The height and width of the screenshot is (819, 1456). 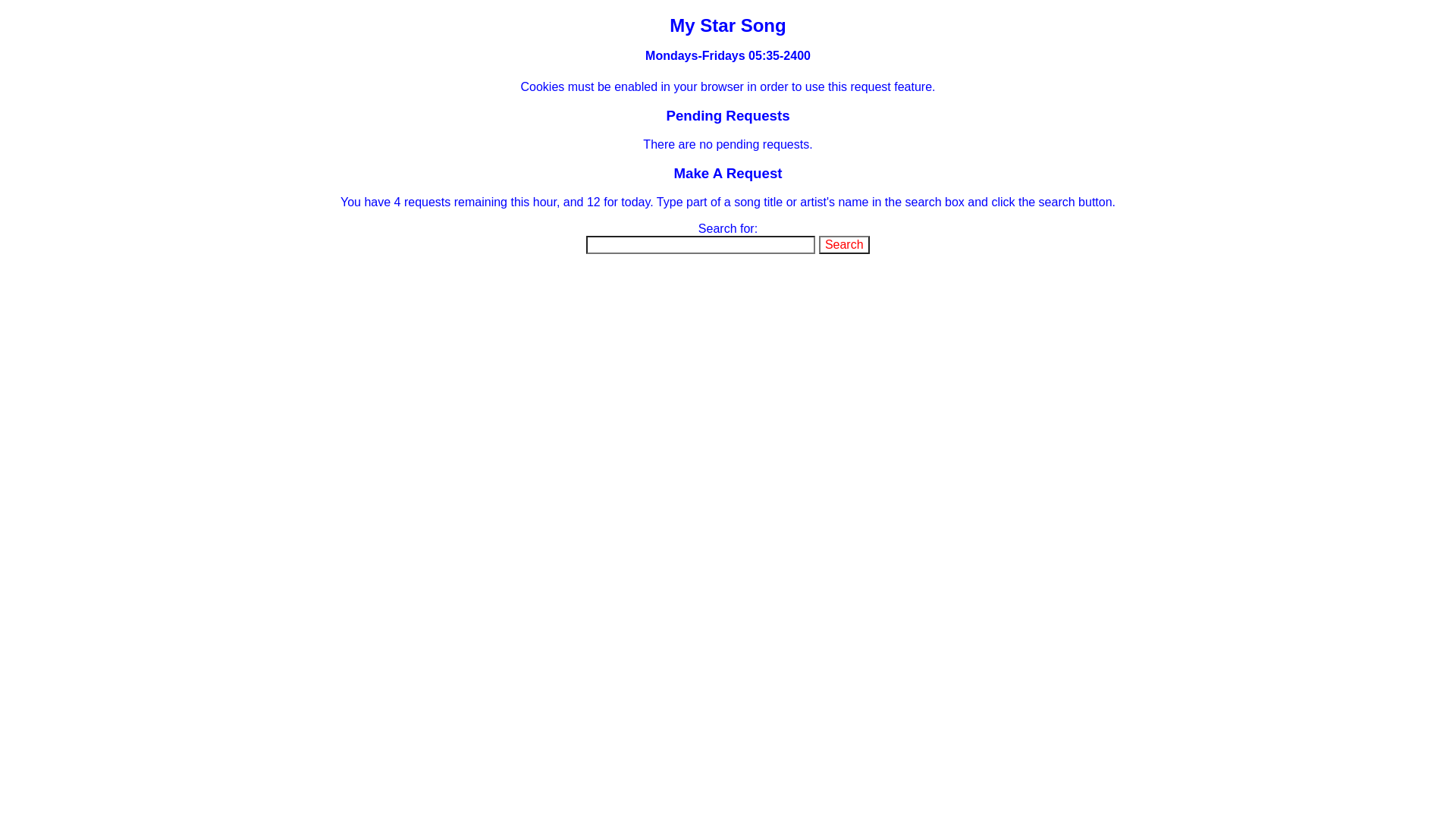 I want to click on 'Search', so click(x=843, y=244).